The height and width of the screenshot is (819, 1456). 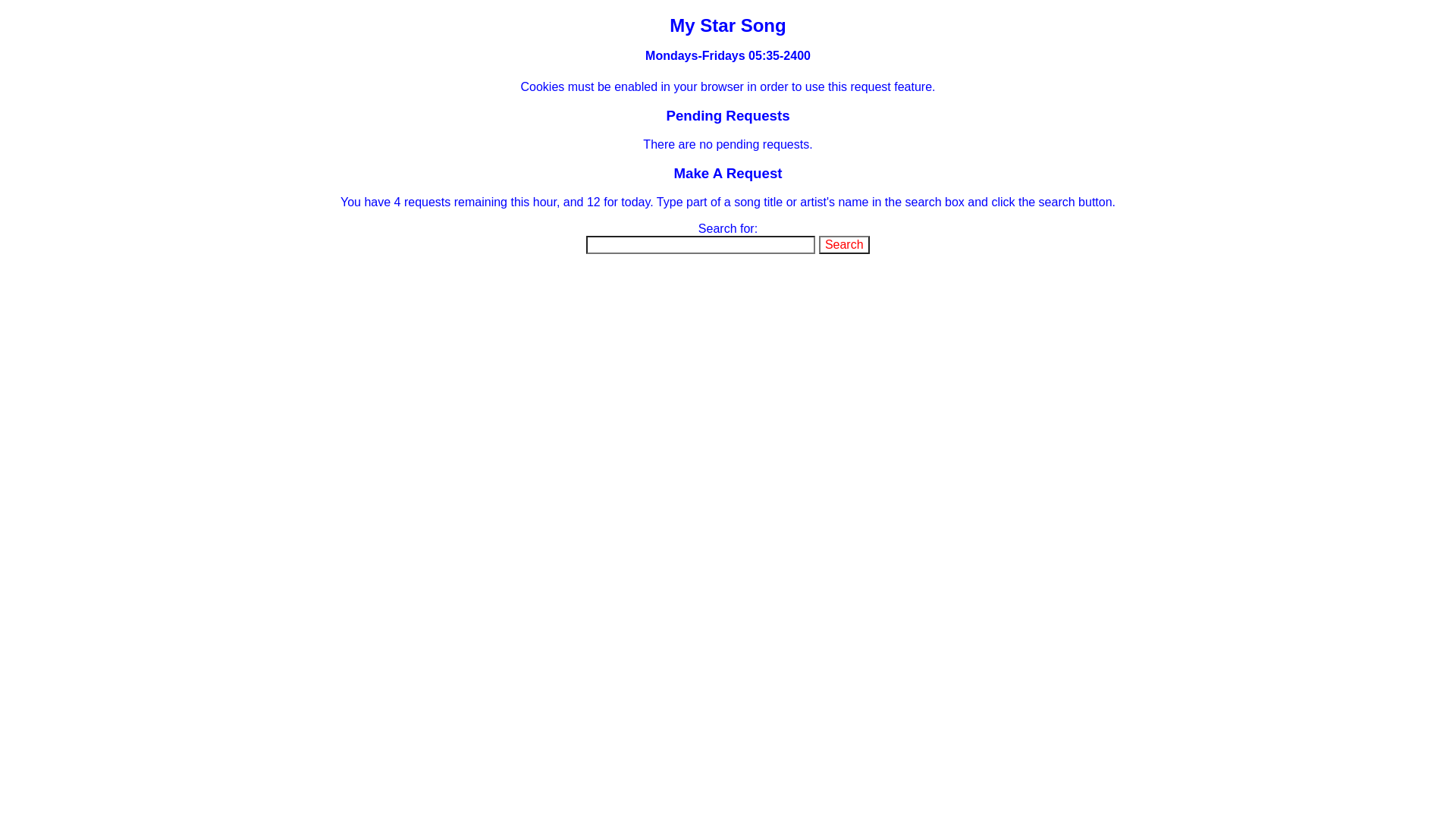 I want to click on 'Search', so click(x=843, y=244).